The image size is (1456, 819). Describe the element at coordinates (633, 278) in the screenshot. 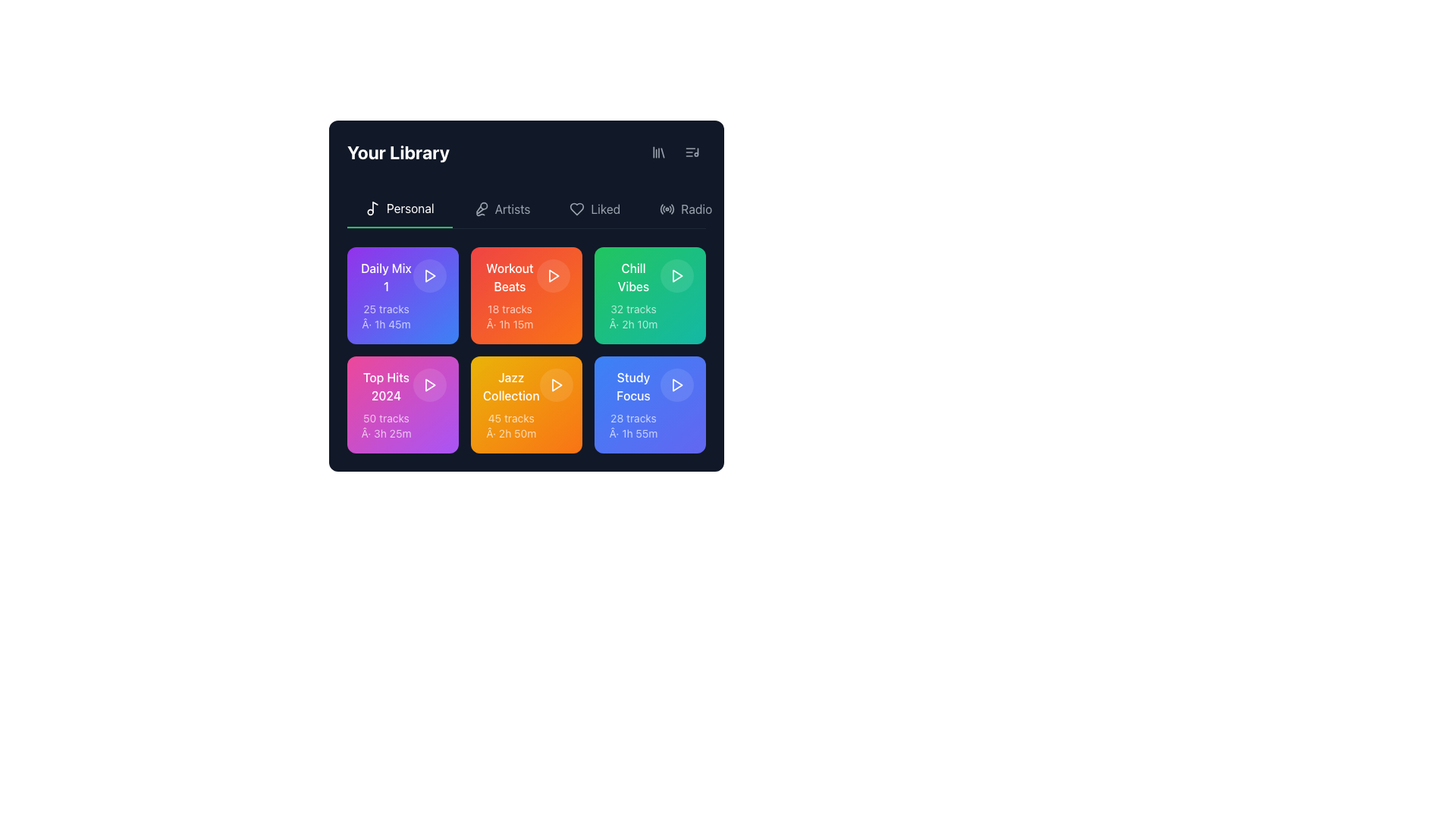

I see `the text label displaying 'Chill Vibes' which is styled in a white medium-weight font and located in the third column and first row of the grid layout in the 'Your Library' section` at that location.